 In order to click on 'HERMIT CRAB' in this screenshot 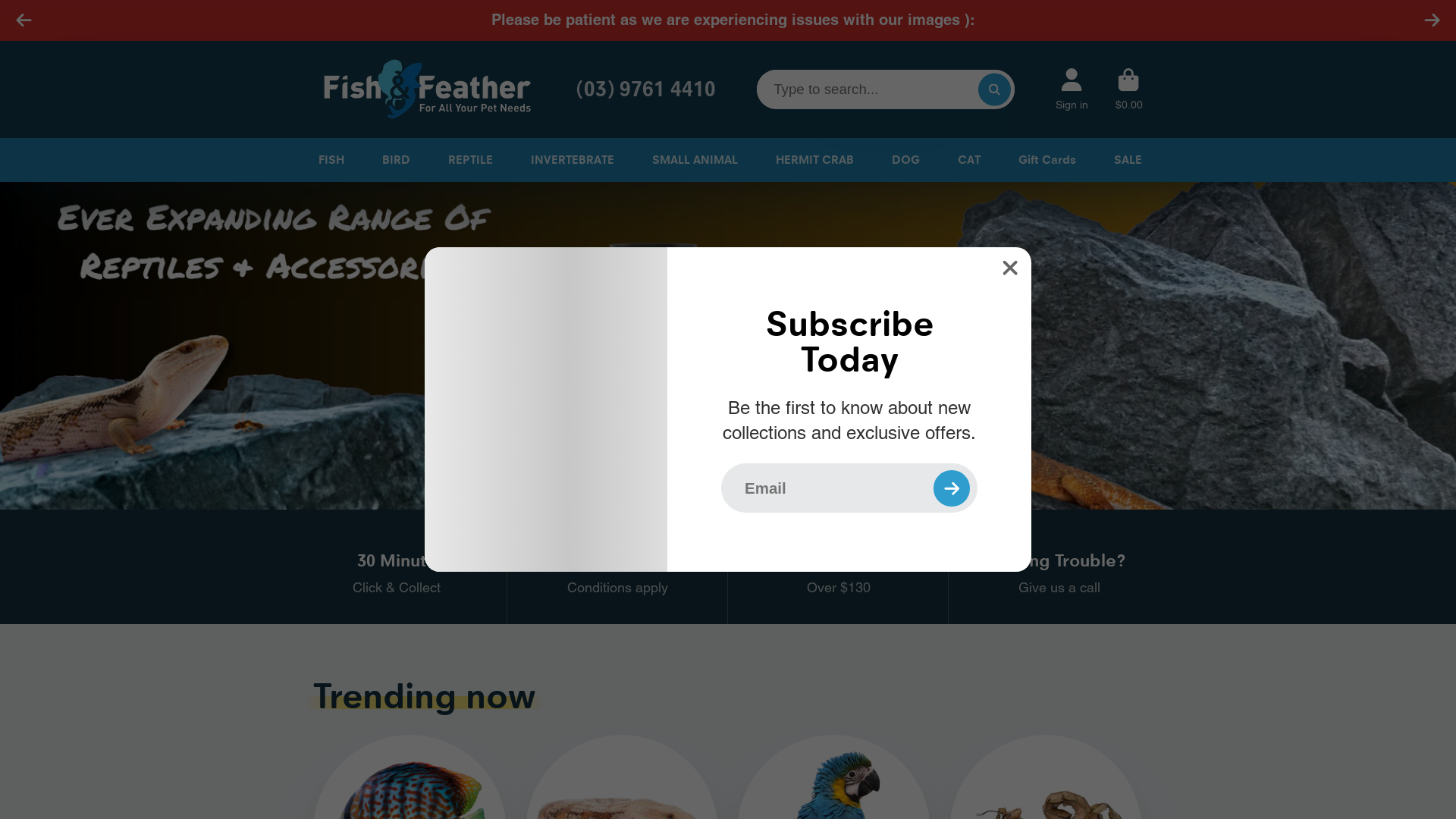, I will do `click(771, 160)`.